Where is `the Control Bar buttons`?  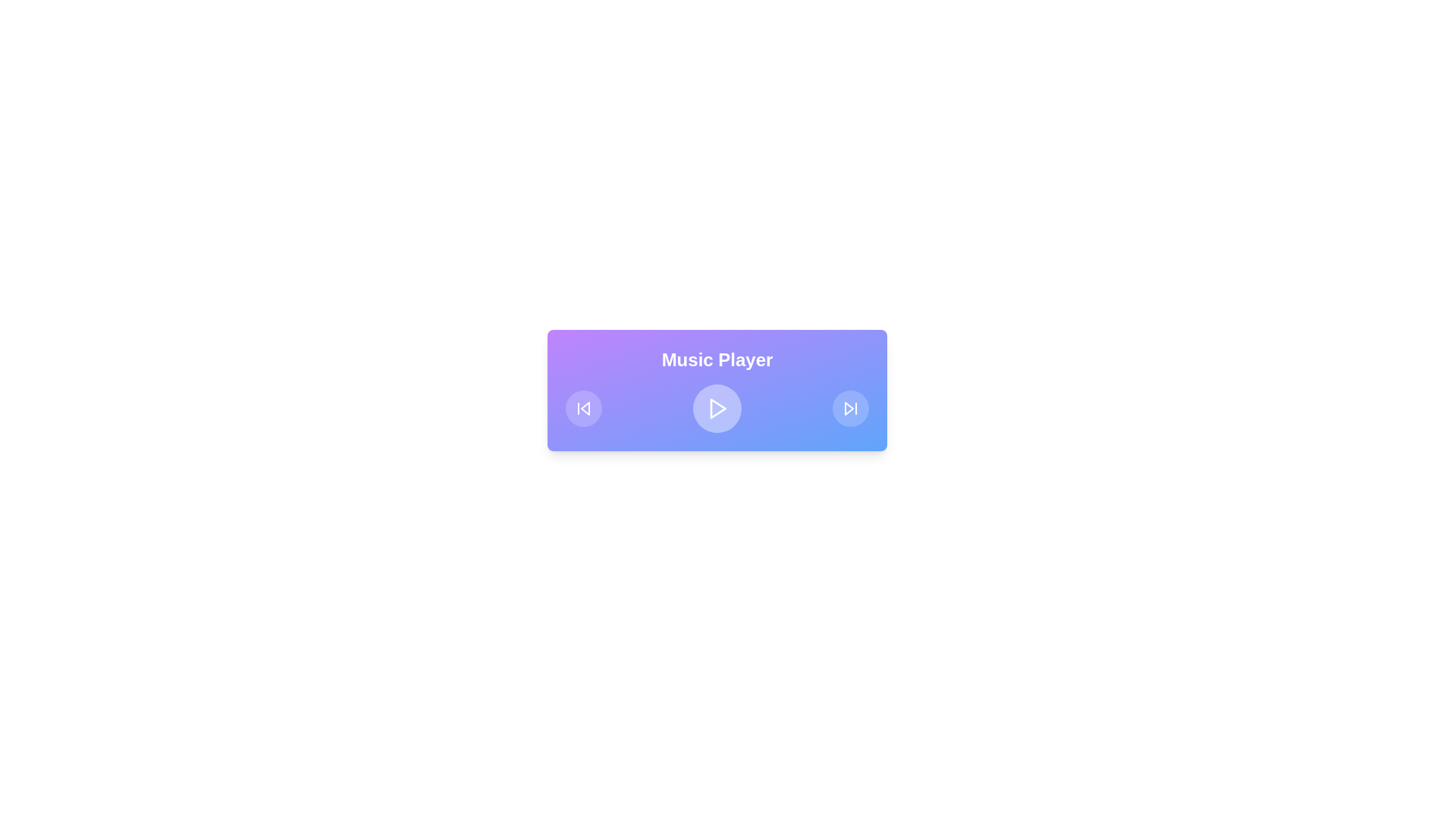 the Control Bar buttons is located at coordinates (716, 408).